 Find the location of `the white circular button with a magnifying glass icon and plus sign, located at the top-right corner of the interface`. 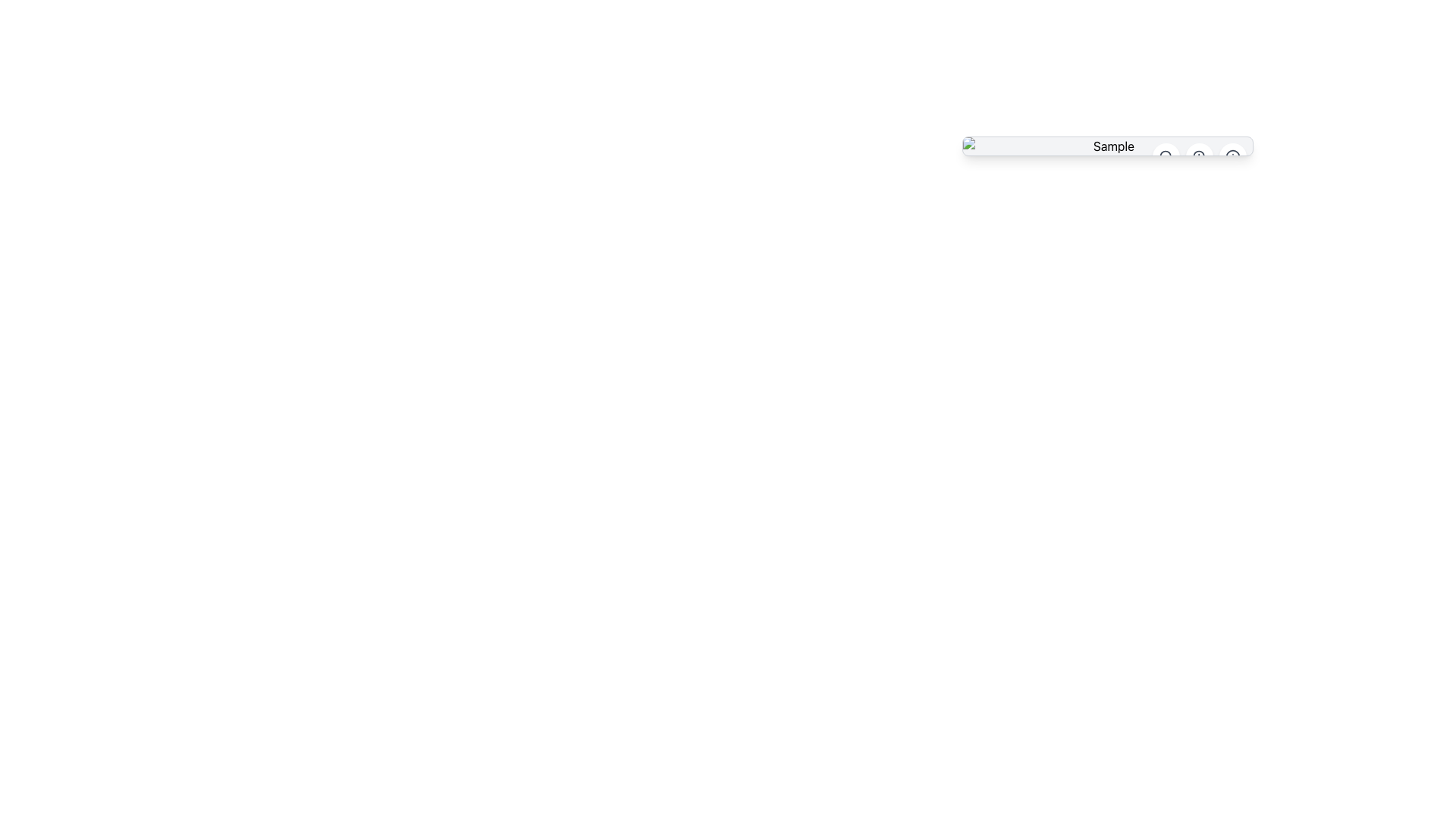

the white circular button with a magnifying glass icon and plus sign, located at the top-right corner of the interface is located at coordinates (1199, 157).